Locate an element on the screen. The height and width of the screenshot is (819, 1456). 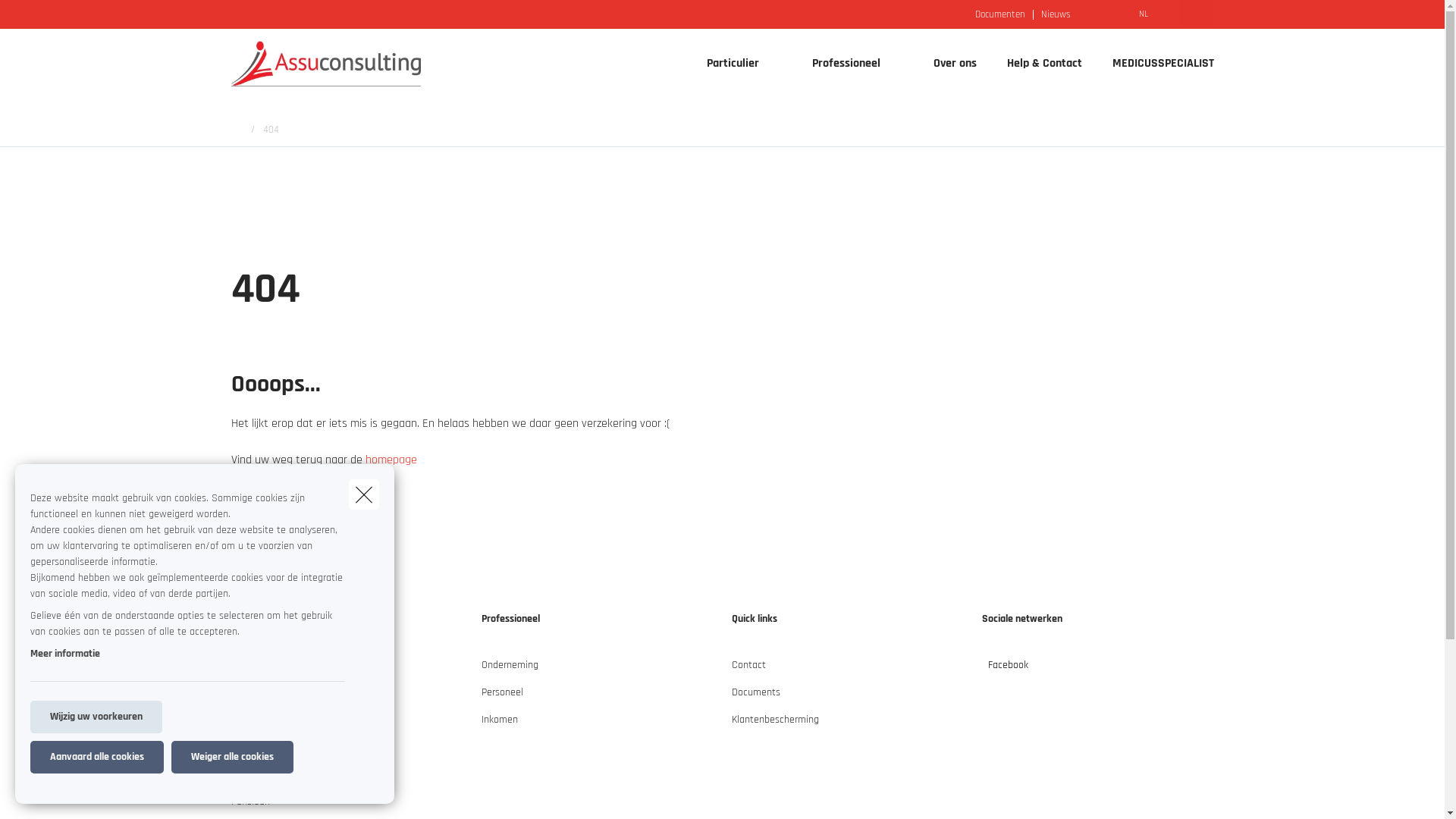
'Onderneming' is located at coordinates (479, 670).